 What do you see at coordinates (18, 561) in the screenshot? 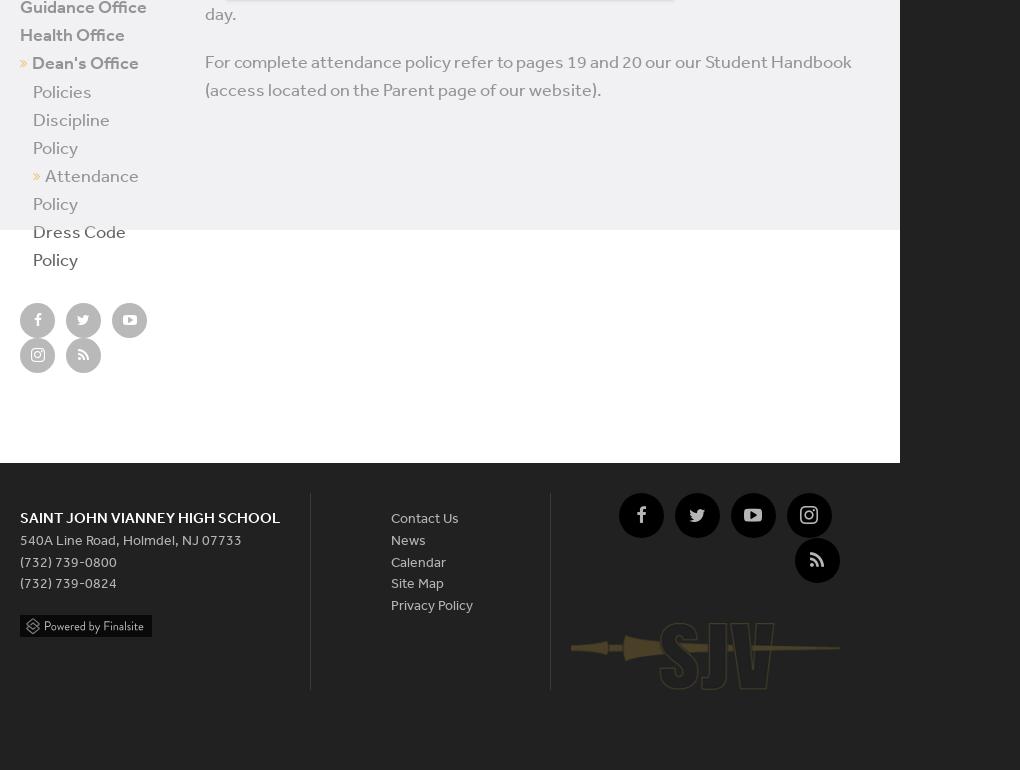
I see `'(732) 739-0800'` at bounding box center [18, 561].